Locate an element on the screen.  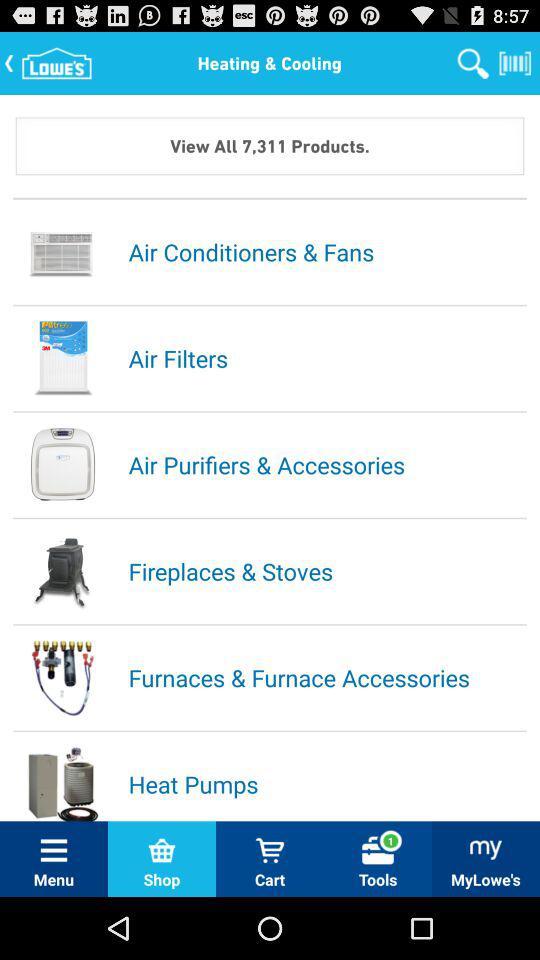
furnaces & furnace accessories item is located at coordinates (326, 677).